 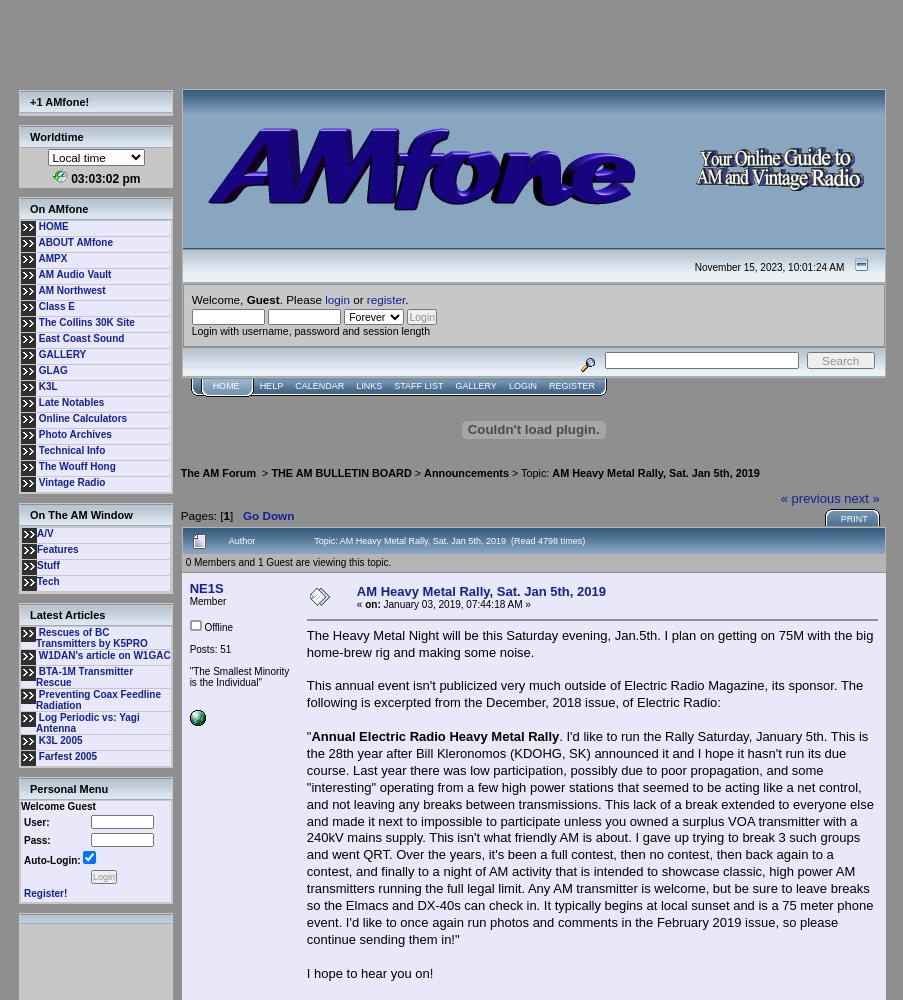 What do you see at coordinates (261, 299) in the screenshot?
I see `'Guest'` at bounding box center [261, 299].